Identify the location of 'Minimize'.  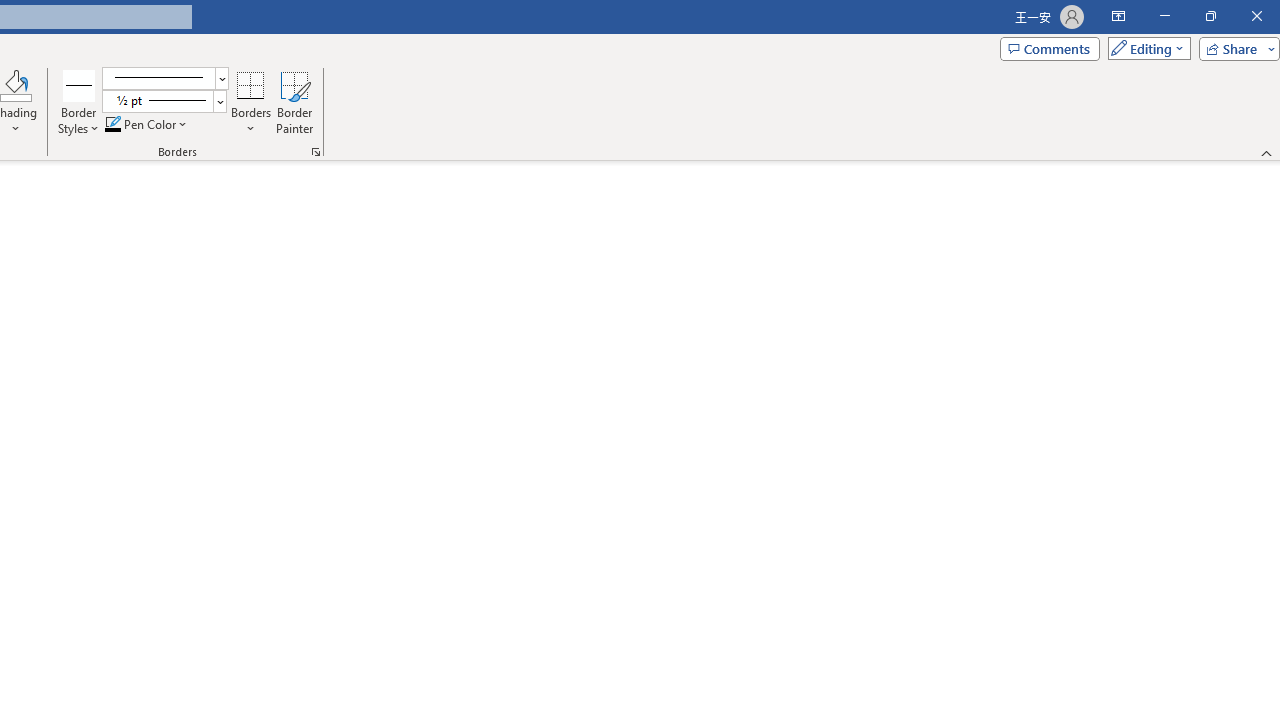
(1164, 16).